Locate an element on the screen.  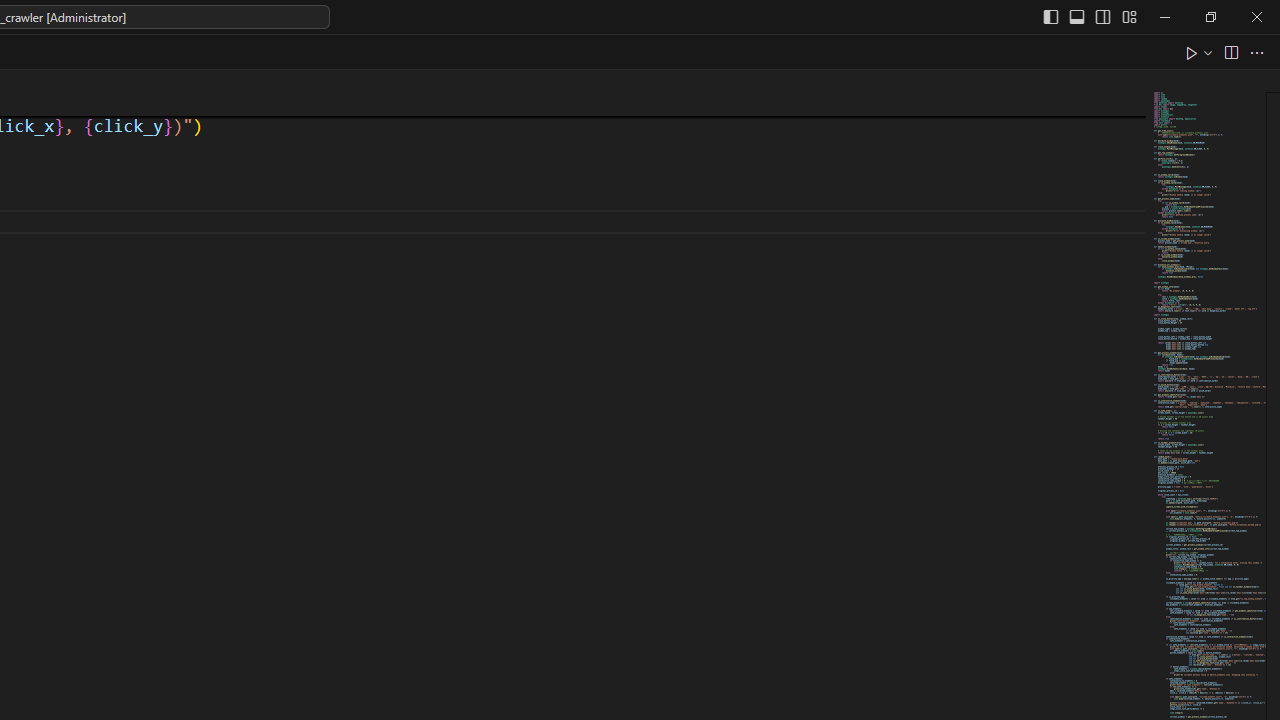
'Split Editor Right (Ctrl+\) [Alt] Split Editor Down' is located at coordinates (1229, 51).